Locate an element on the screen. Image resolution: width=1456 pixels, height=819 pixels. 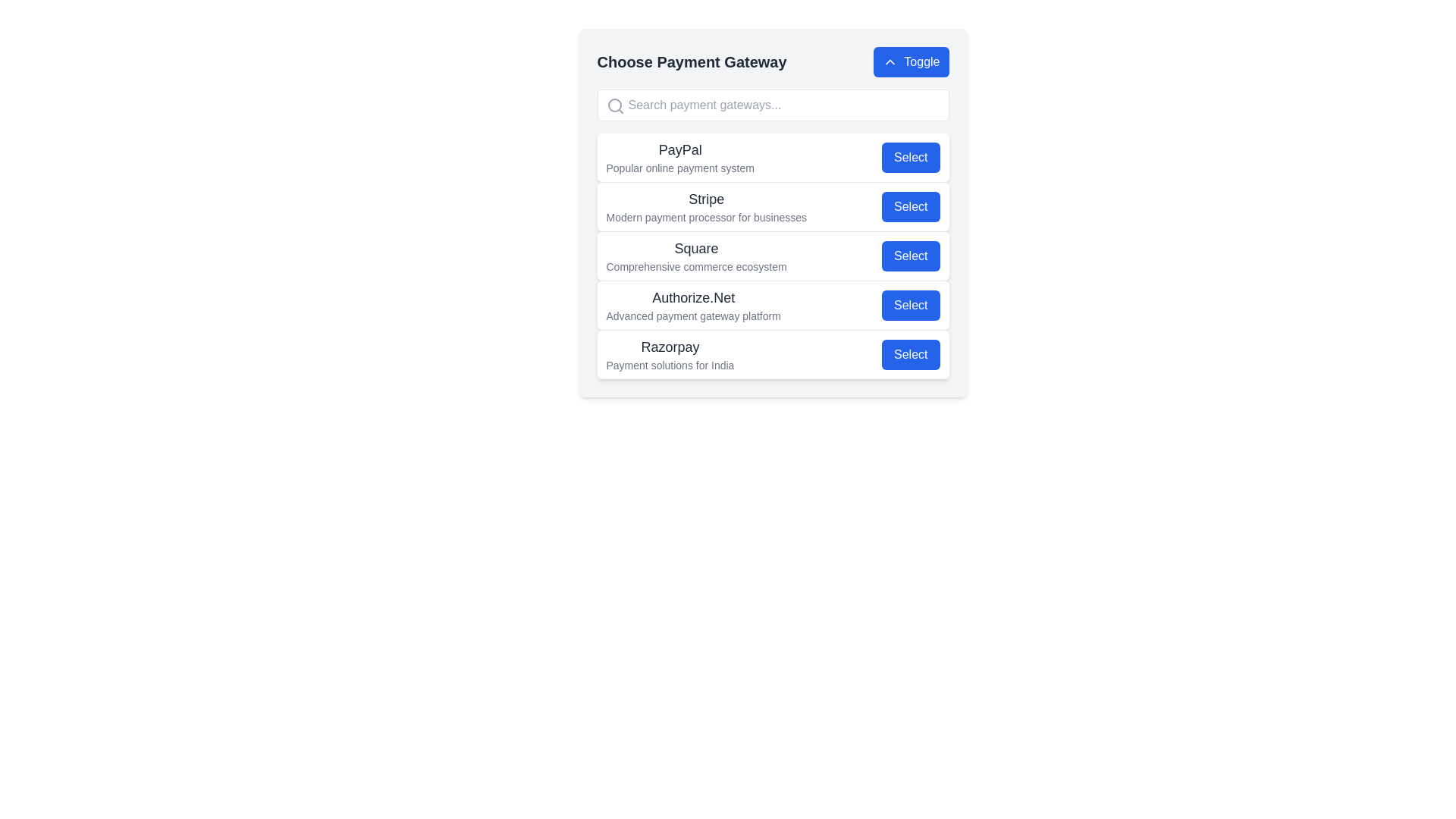
informational text field that contains the title 'Square' and the description 'Comprehensive commerce ecosystem' located in the middle section of the interface is located at coordinates (695, 256).